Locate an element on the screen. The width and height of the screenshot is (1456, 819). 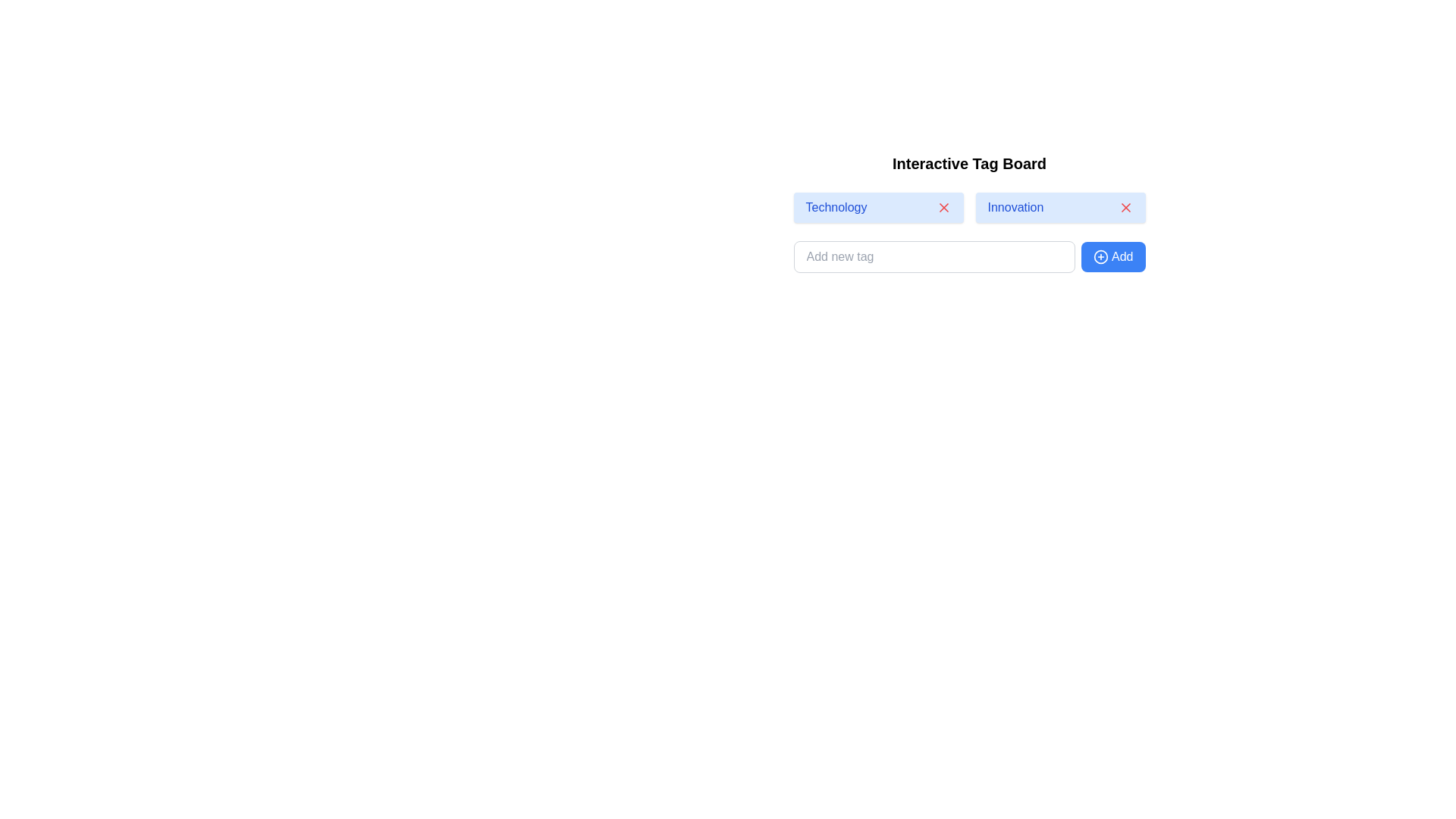
the circular decorative element representing the 'Add' action, which is part of the SVG icon next to the input field for adding tags is located at coordinates (1101, 256).